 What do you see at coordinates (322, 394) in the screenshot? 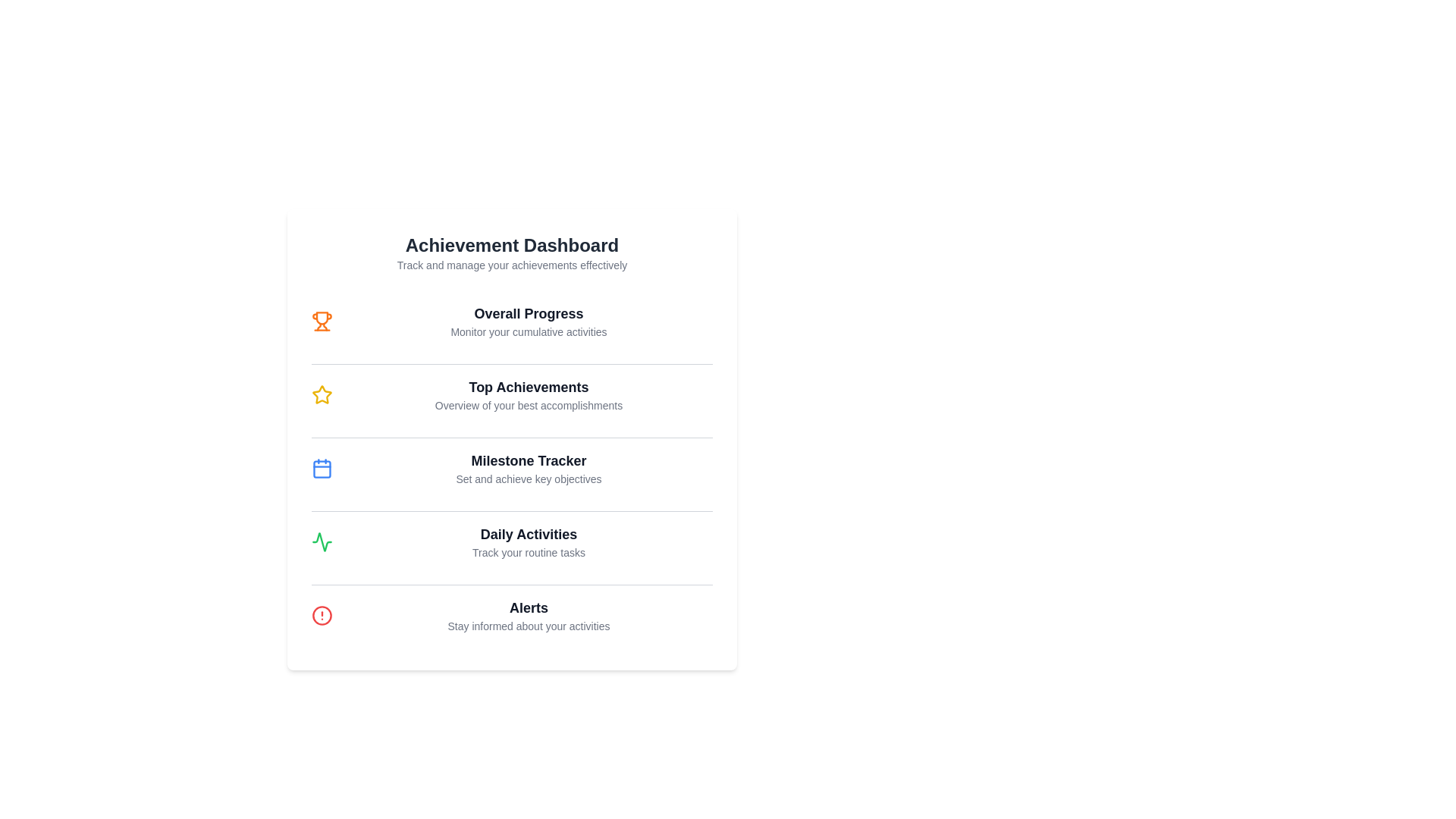
I see `the star-shaped icon with a yellow border, which is the first item in the 'Top Achievements' section, located to the left of the title in the achievement dashboard` at bounding box center [322, 394].